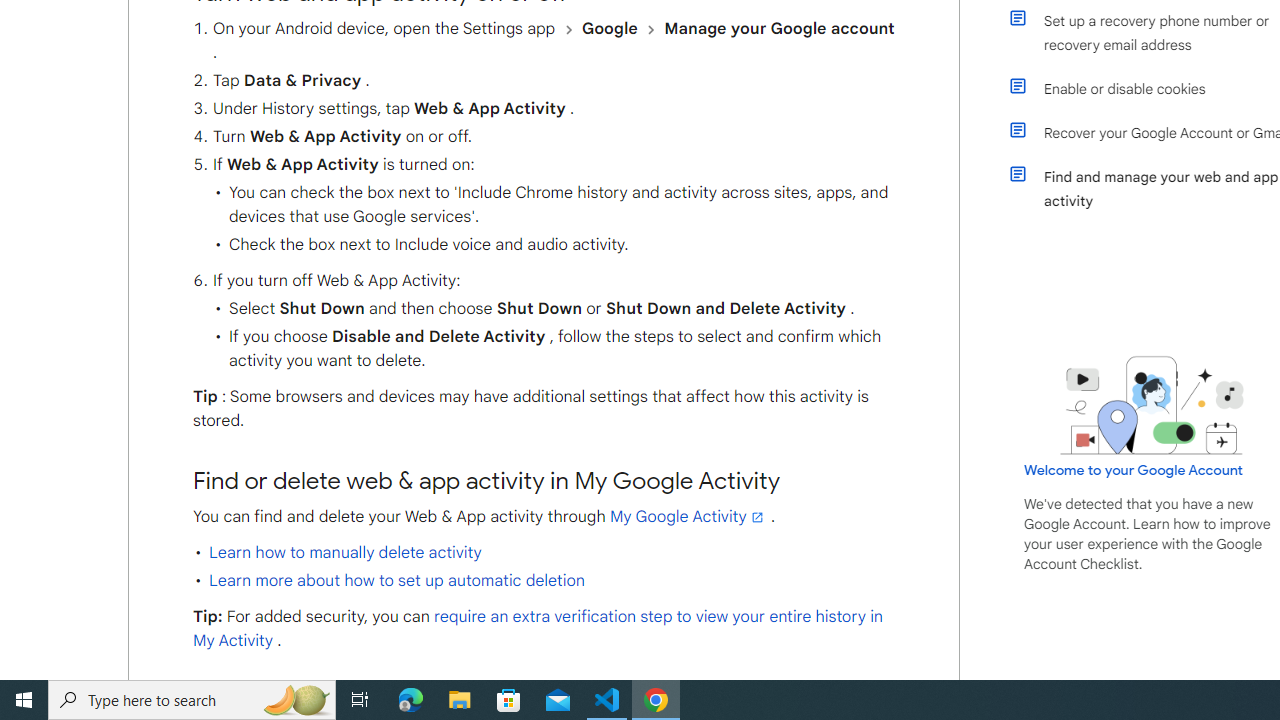 The width and height of the screenshot is (1280, 720). Describe the element at coordinates (1152, 405) in the screenshot. I see `'Learning Center home page image'` at that location.